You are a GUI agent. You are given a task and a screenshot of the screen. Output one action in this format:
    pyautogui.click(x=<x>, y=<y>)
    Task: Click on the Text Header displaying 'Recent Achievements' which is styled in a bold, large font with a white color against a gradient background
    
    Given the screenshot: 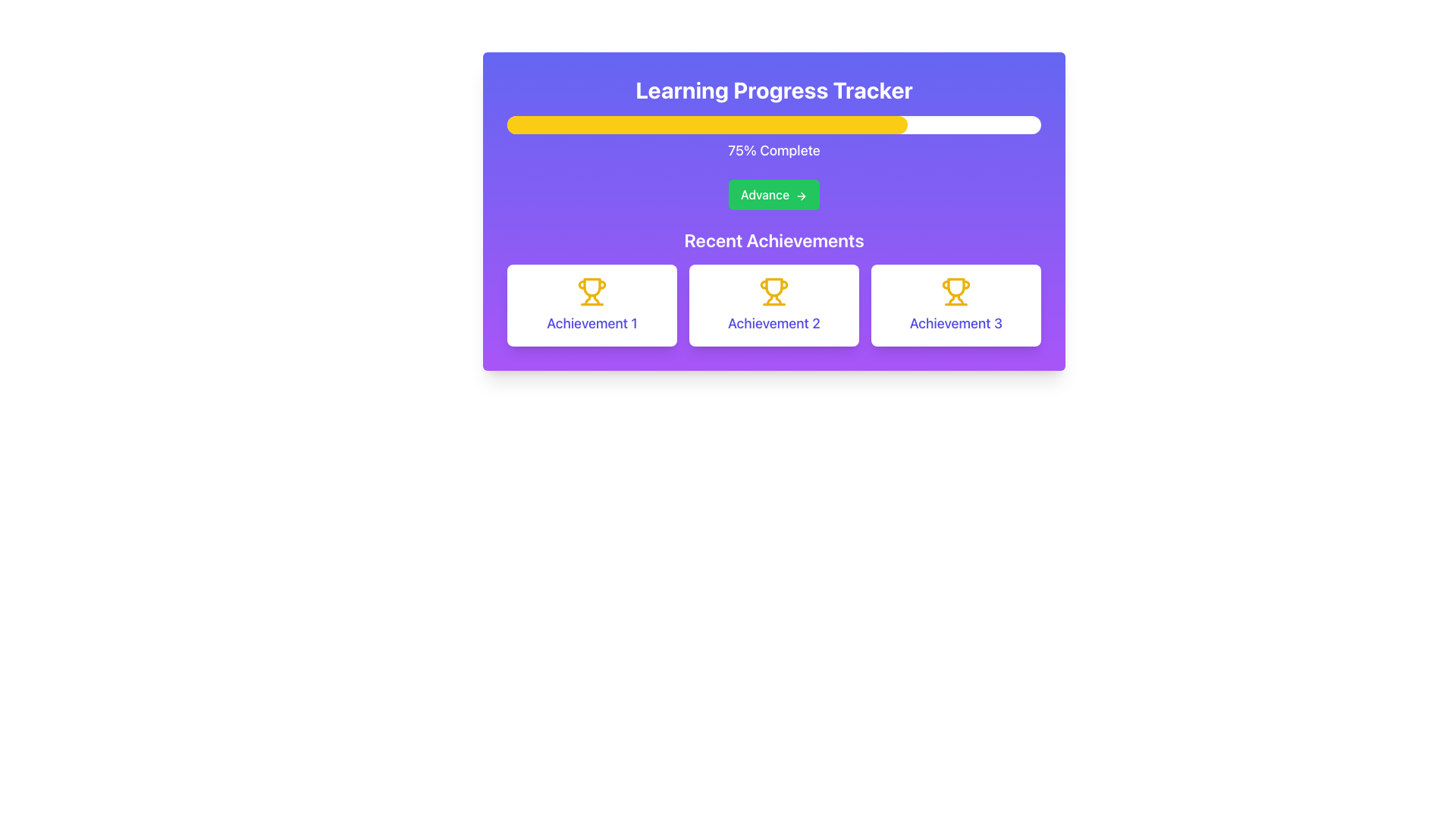 What is the action you would take?
    pyautogui.click(x=774, y=239)
    